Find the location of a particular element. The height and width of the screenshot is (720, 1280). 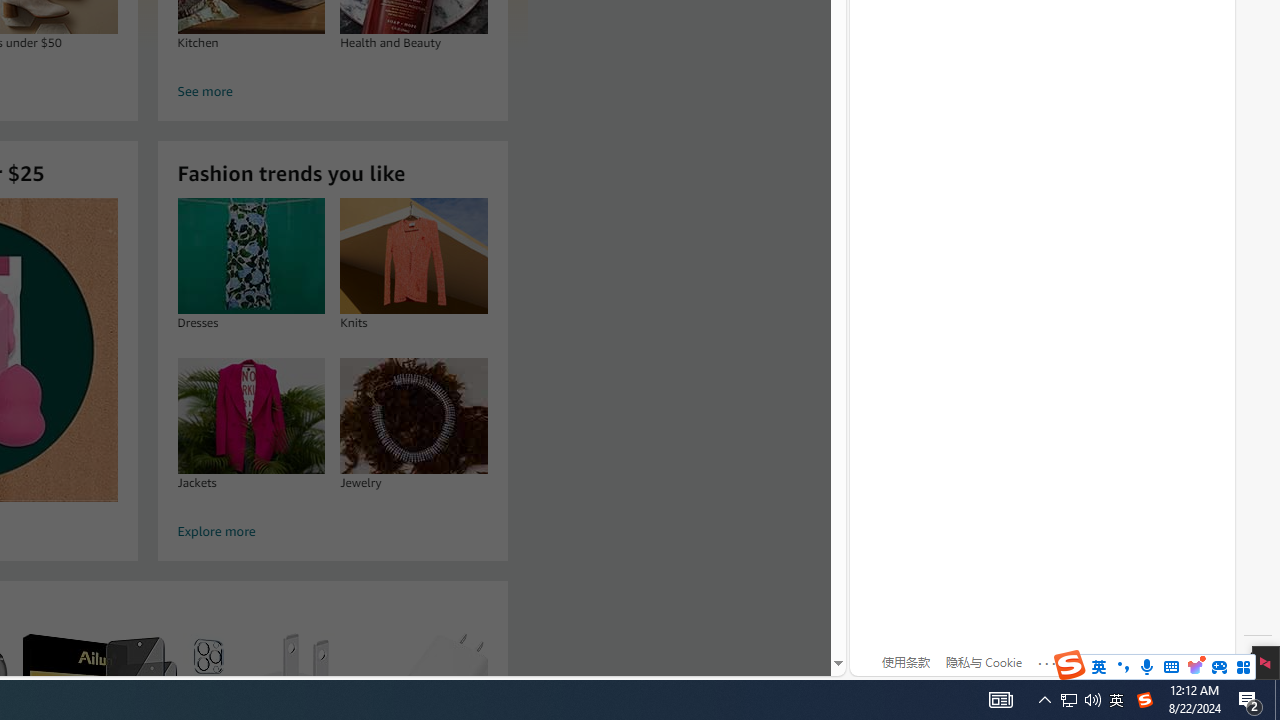

'Jackets' is located at coordinates (249, 414).